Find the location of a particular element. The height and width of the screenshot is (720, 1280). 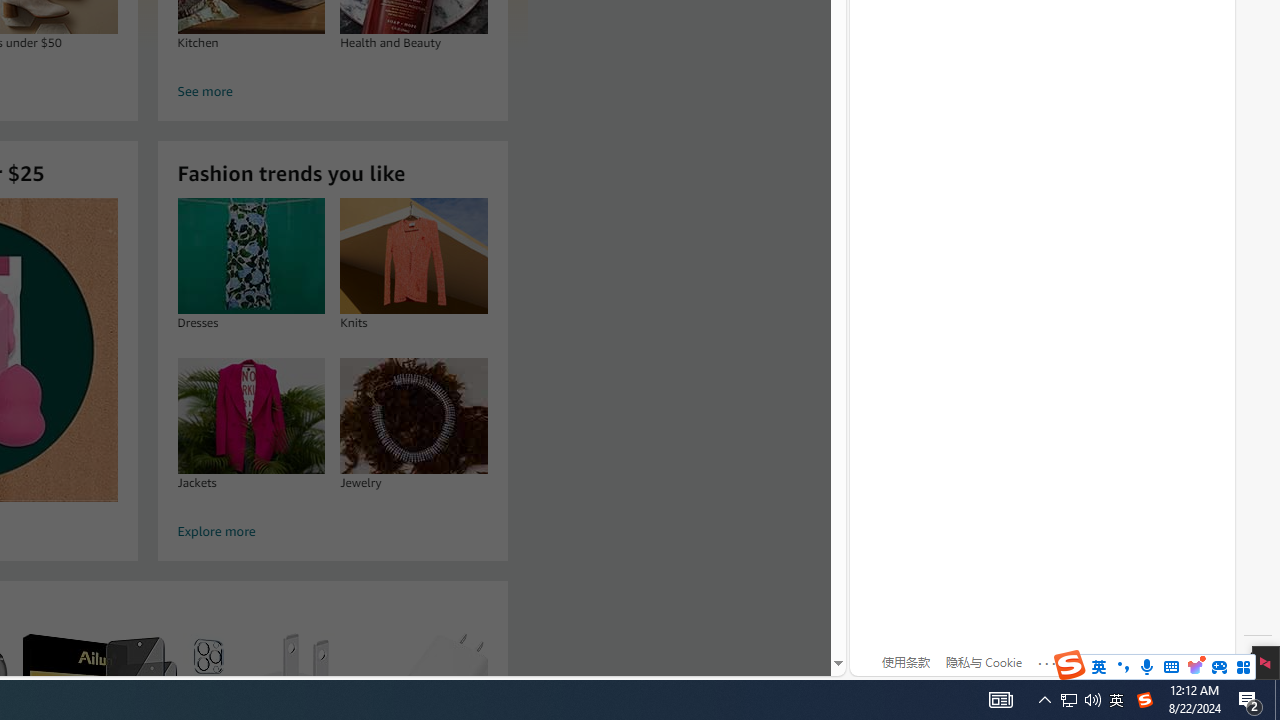

'Jackets' is located at coordinates (249, 414).